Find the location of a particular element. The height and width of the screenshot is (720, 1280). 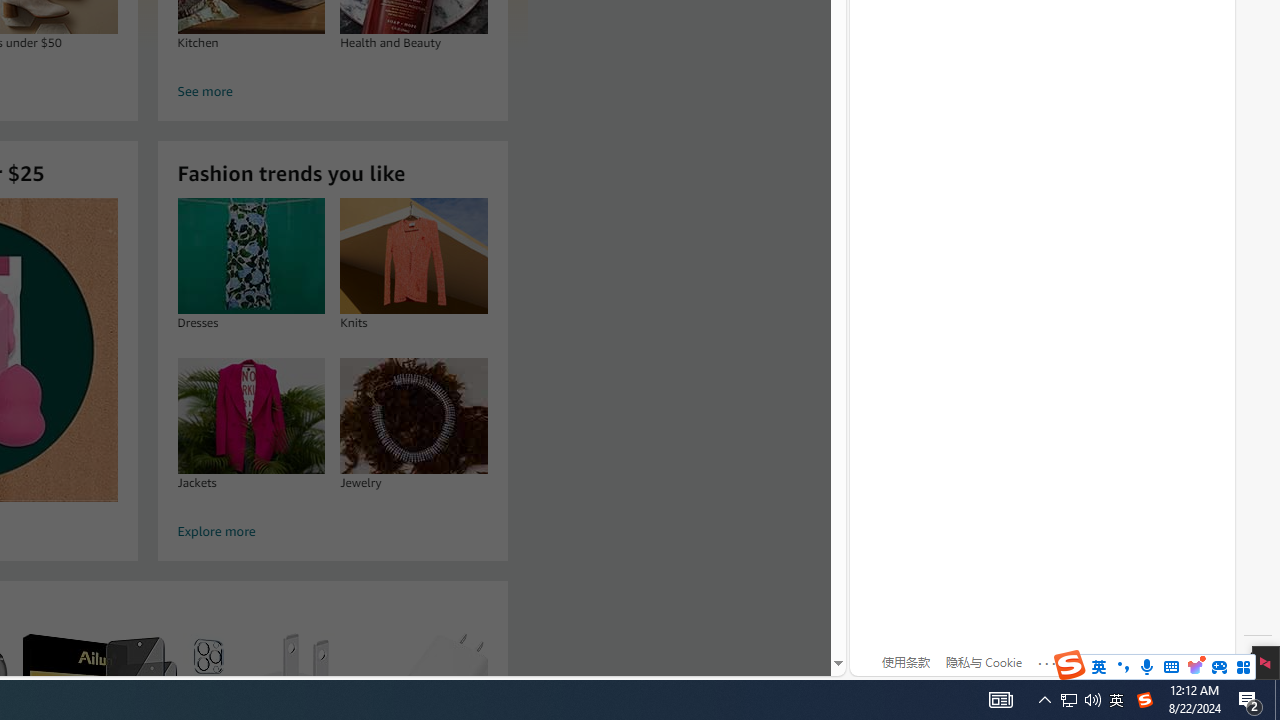

'Jackets' is located at coordinates (249, 414).